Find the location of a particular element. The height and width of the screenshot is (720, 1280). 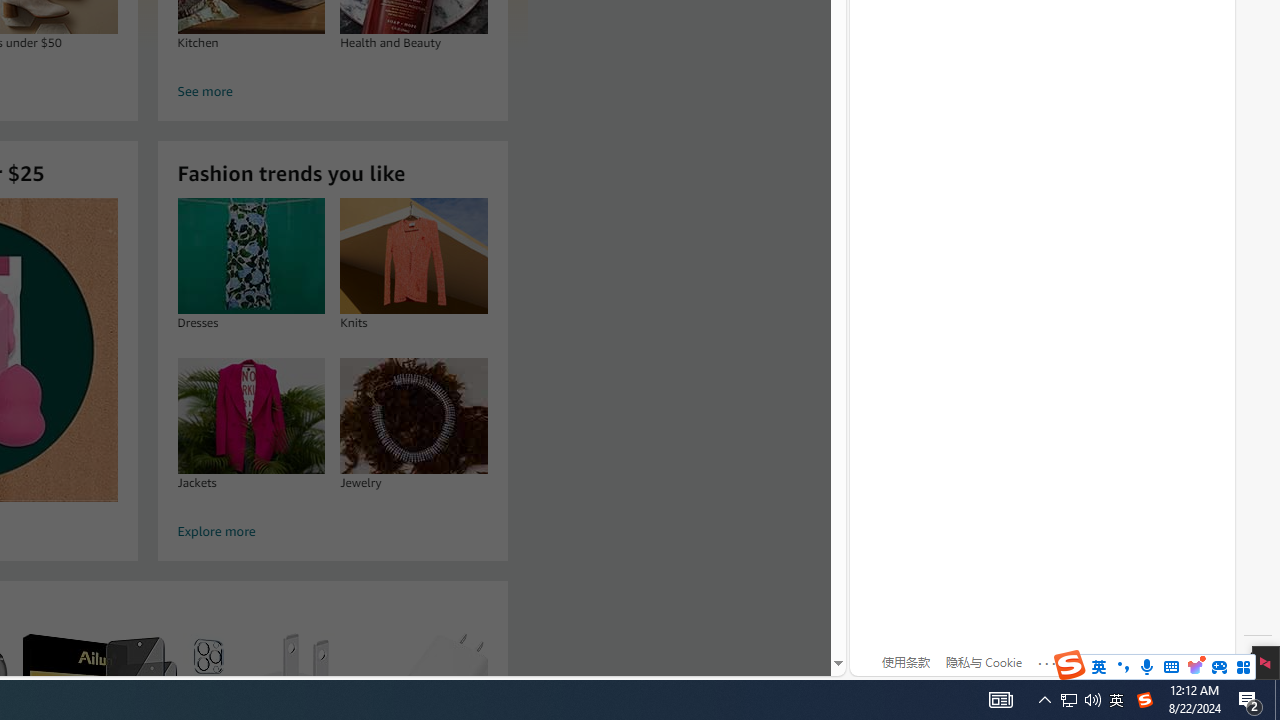

'Jackets' is located at coordinates (249, 414).